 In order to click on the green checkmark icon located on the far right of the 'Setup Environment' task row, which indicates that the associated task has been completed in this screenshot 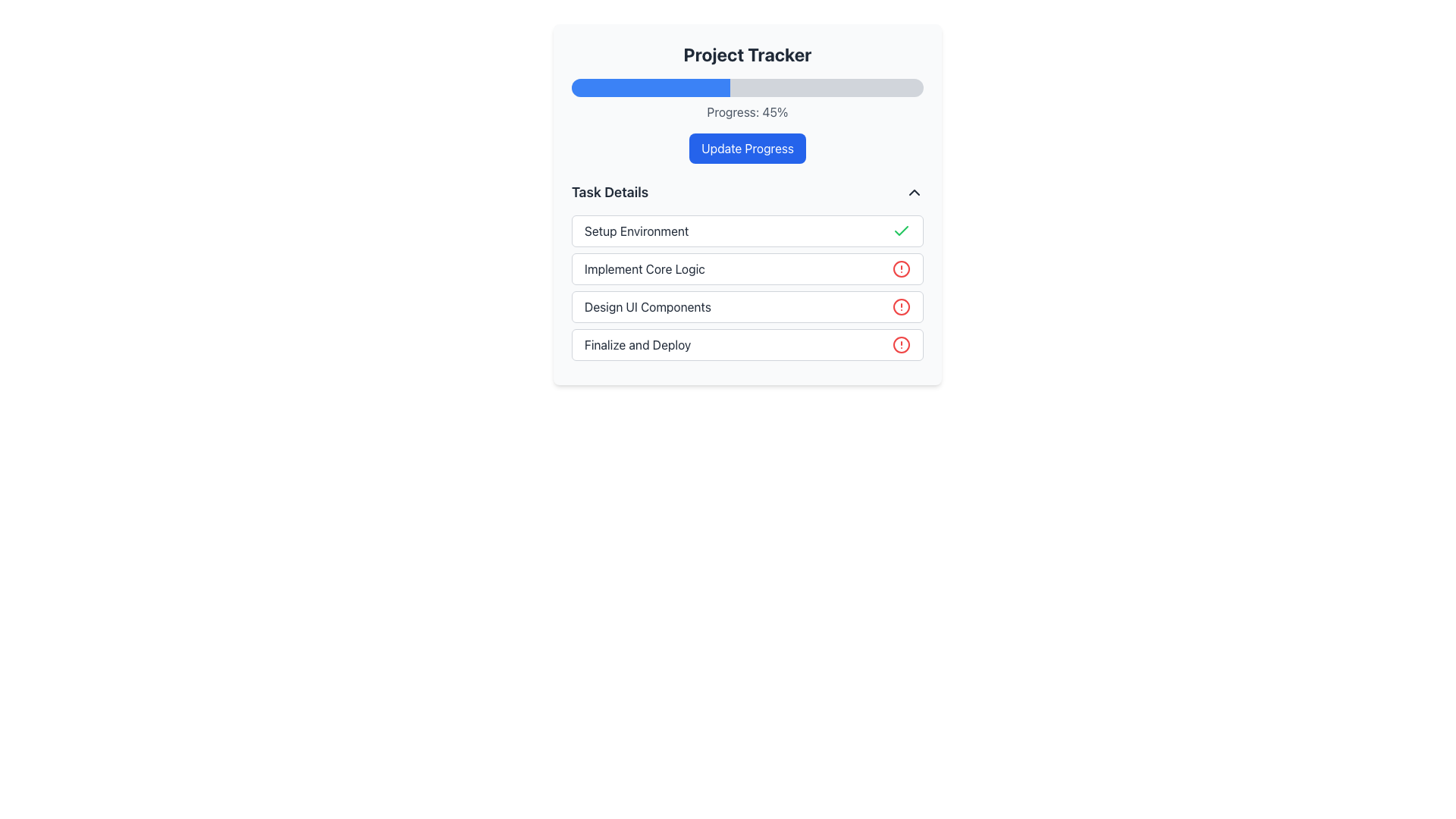, I will do `click(902, 231)`.